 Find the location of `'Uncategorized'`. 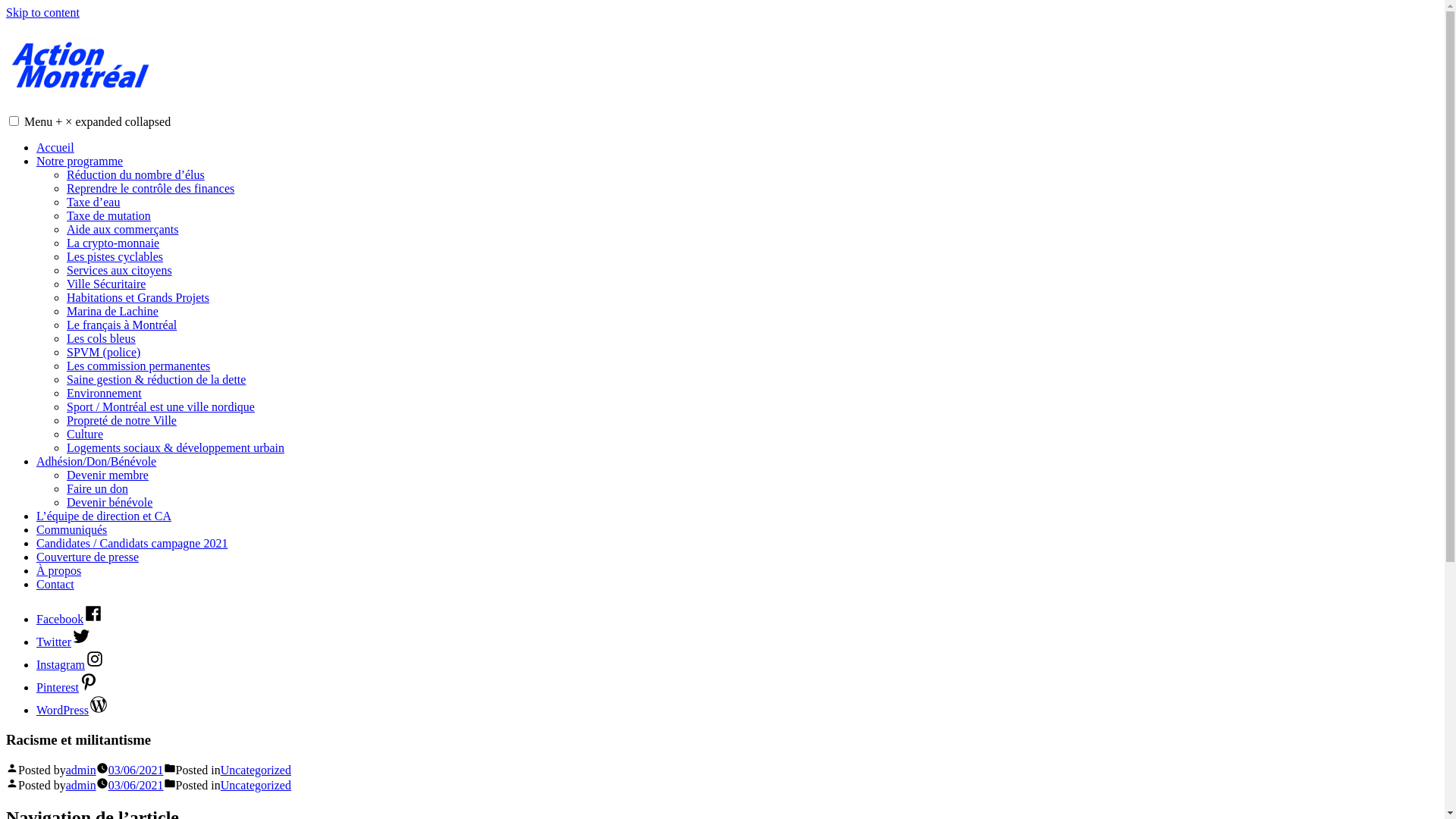

'Uncategorized' is located at coordinates (256, 770).